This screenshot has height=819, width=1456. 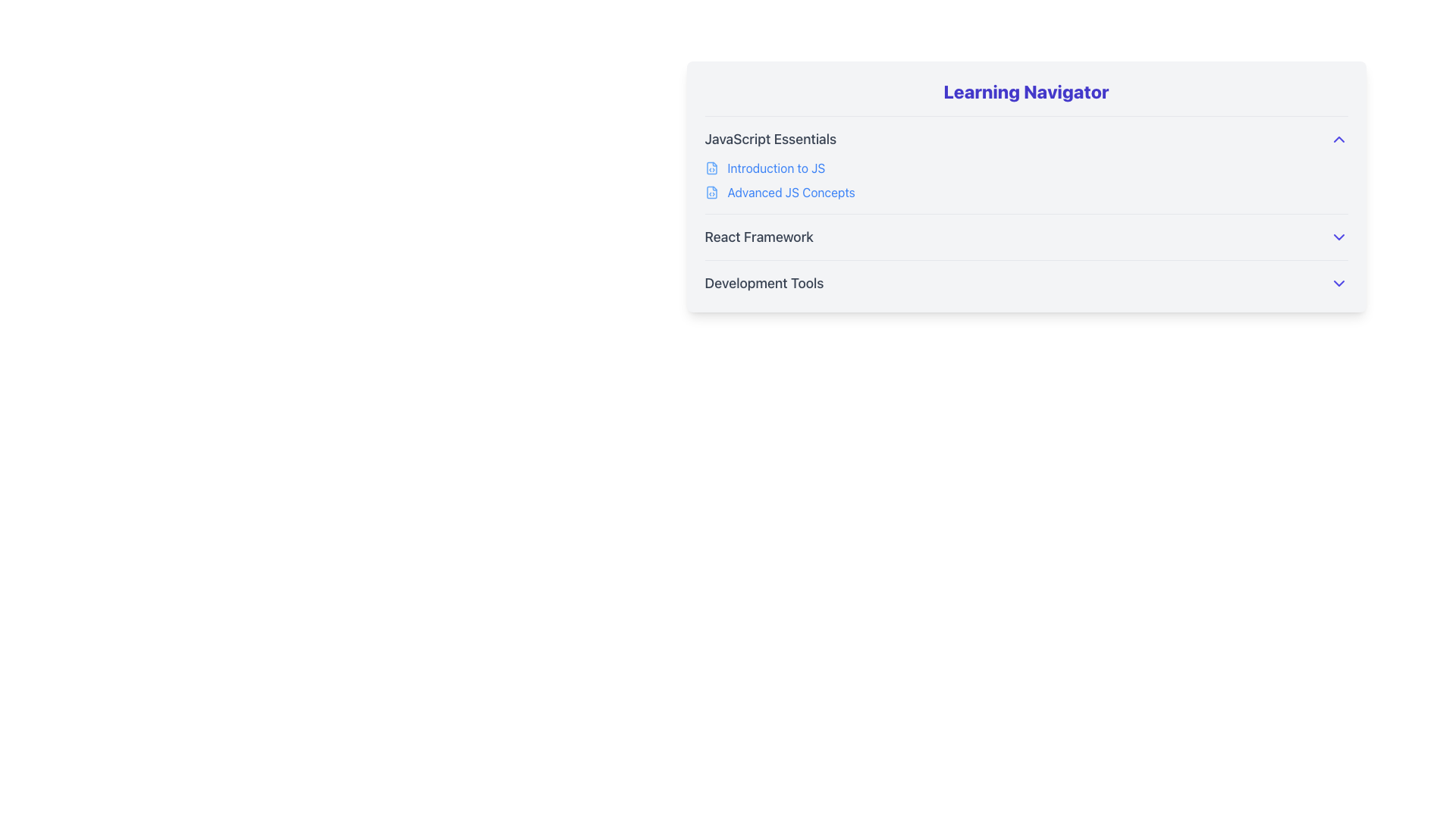 I want to click on the indigo downward-pointing chevron icon, so click(x=1338, y=284).